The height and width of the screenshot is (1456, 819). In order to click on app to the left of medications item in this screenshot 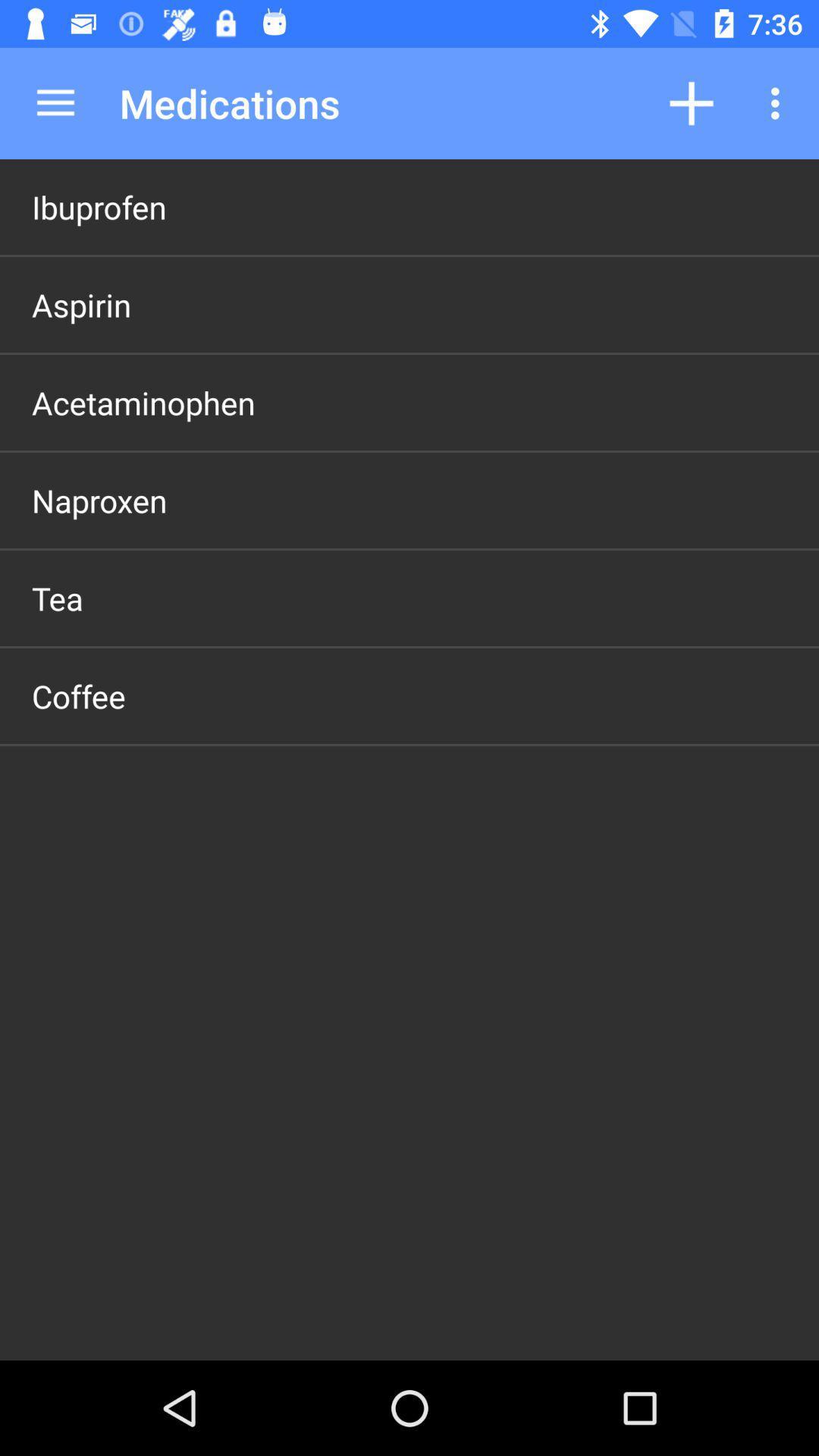, I will do `click(55, 102)`.